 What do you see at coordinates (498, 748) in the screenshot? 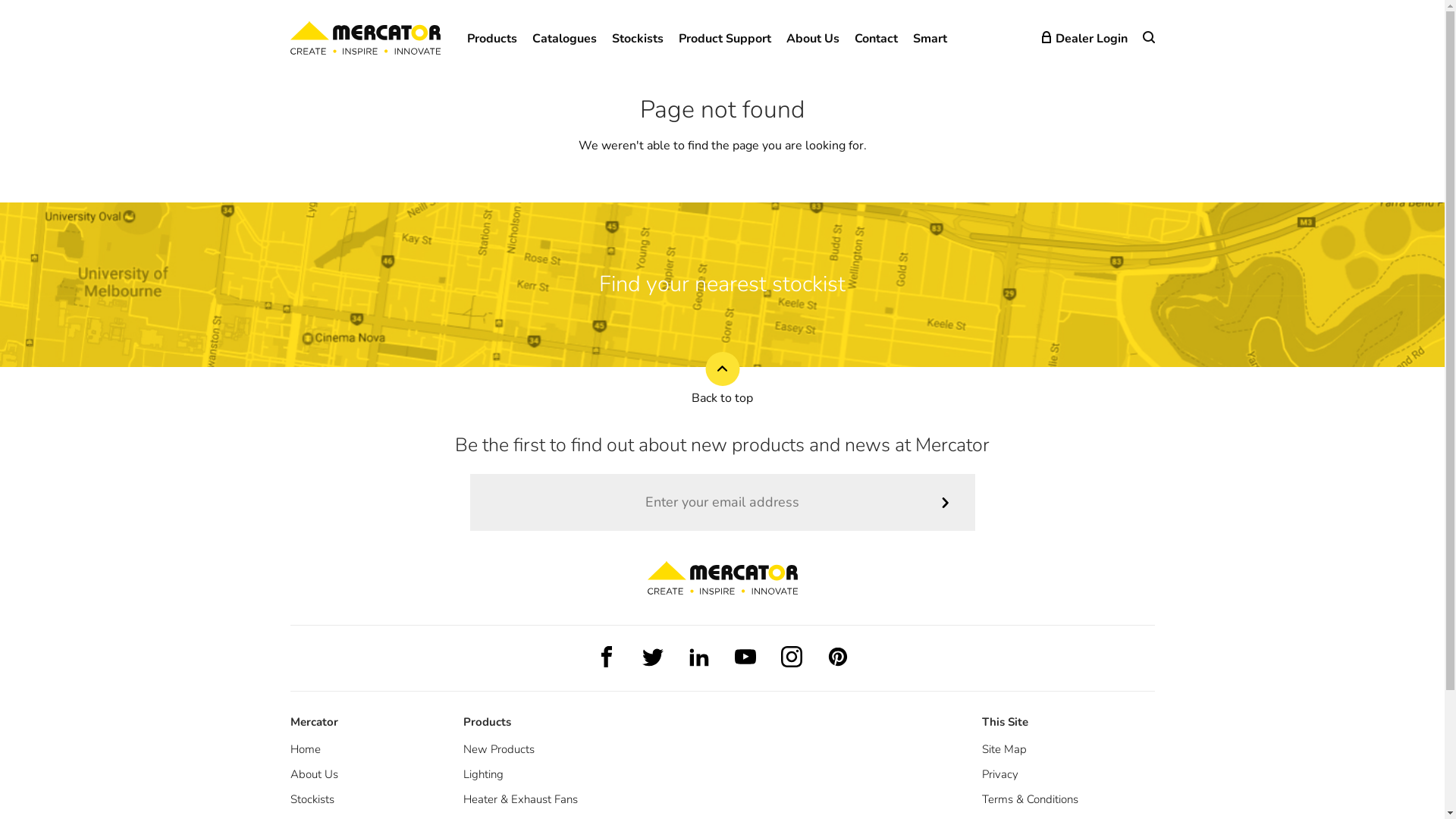
I see `'New Products'` at bounding box center [498, 748].